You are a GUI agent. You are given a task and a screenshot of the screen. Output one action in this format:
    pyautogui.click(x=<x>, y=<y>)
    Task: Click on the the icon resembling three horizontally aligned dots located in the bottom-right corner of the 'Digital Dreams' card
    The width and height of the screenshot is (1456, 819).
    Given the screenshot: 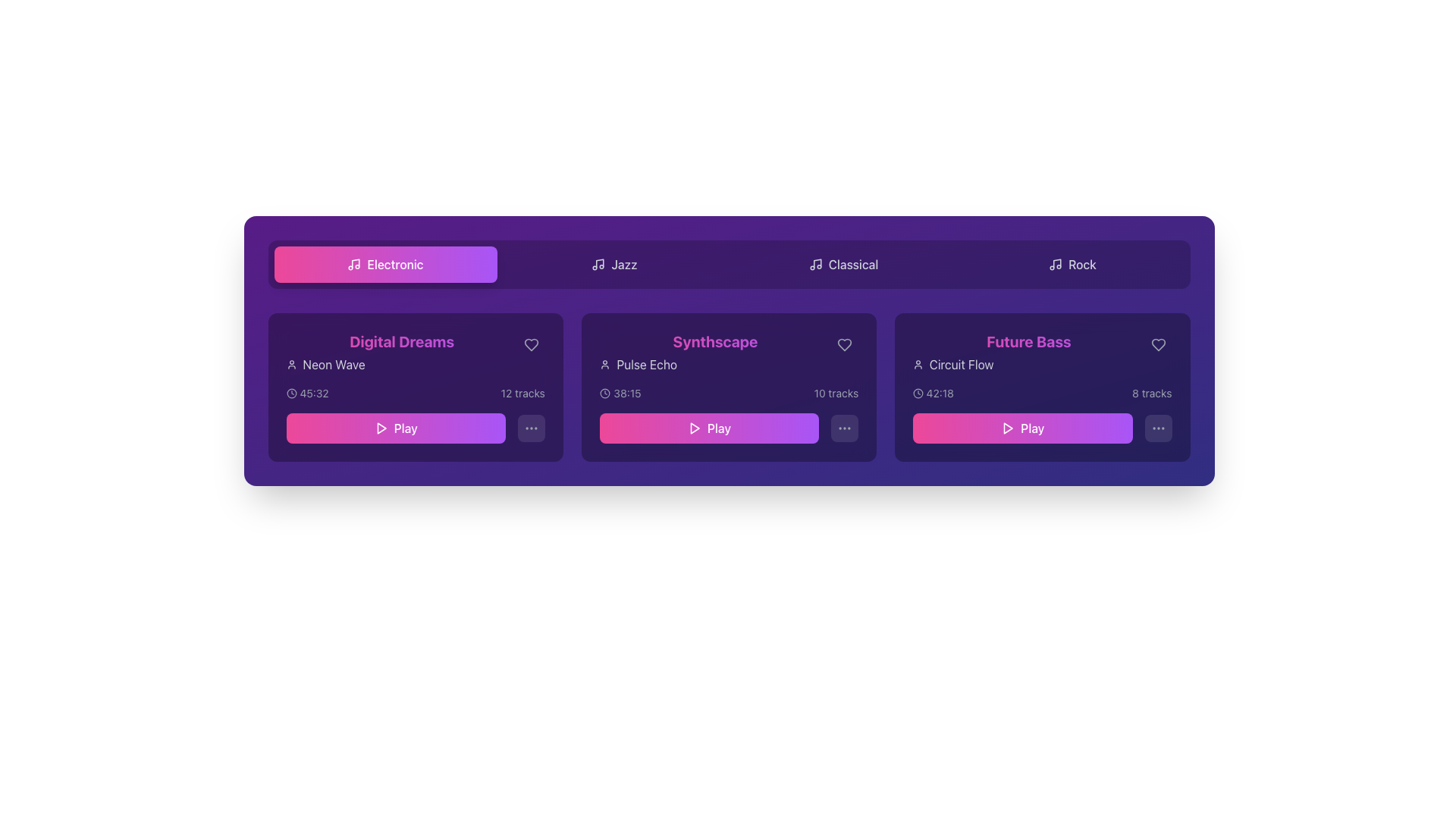 What is the action you would take?
    pyautogui.click(x=531, y=428)
    